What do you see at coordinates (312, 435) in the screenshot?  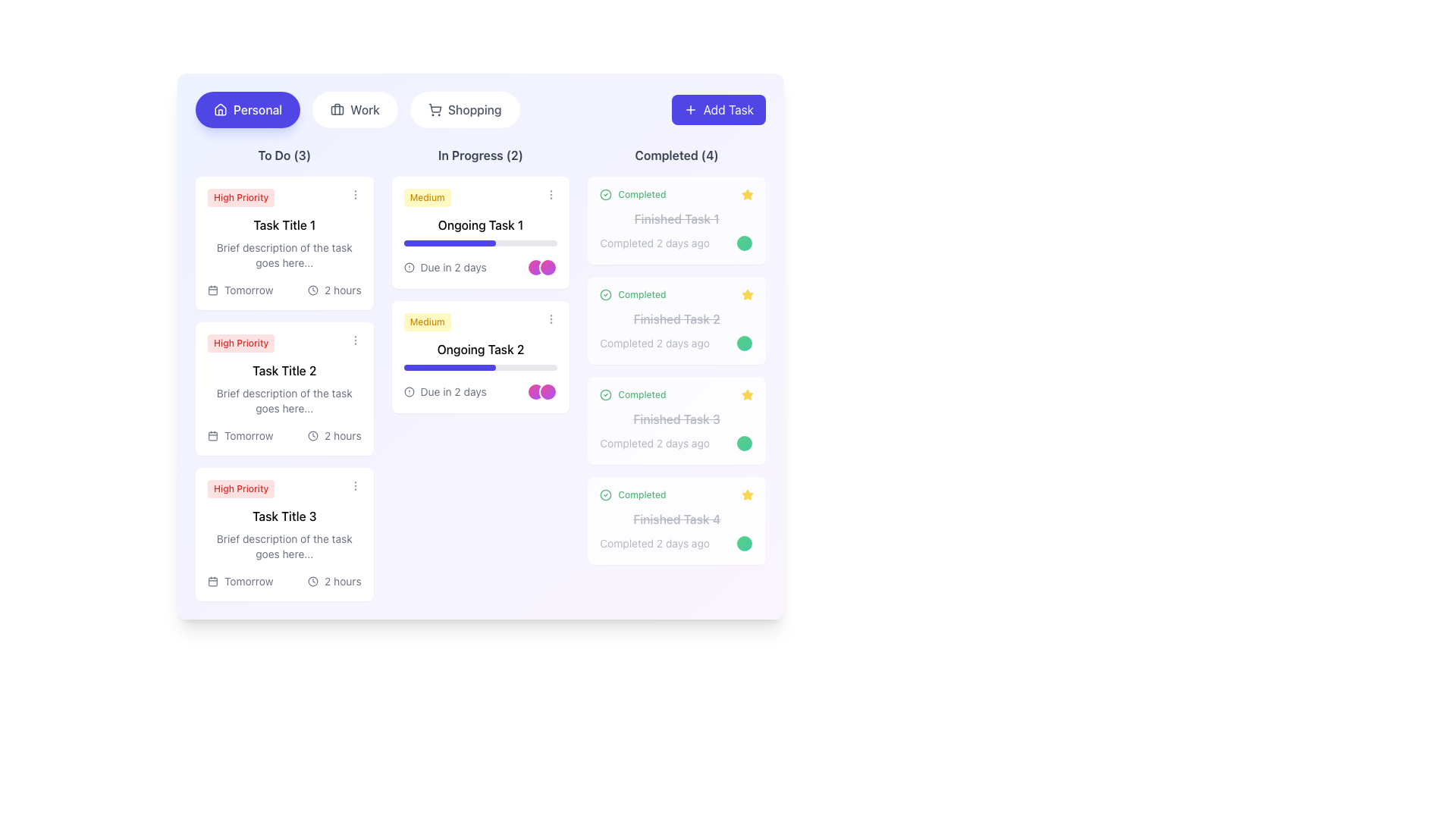 I see `the circular graphical element representing a clock within the upper-right region of the 'Task' card component` at bounding box center [312, 435].